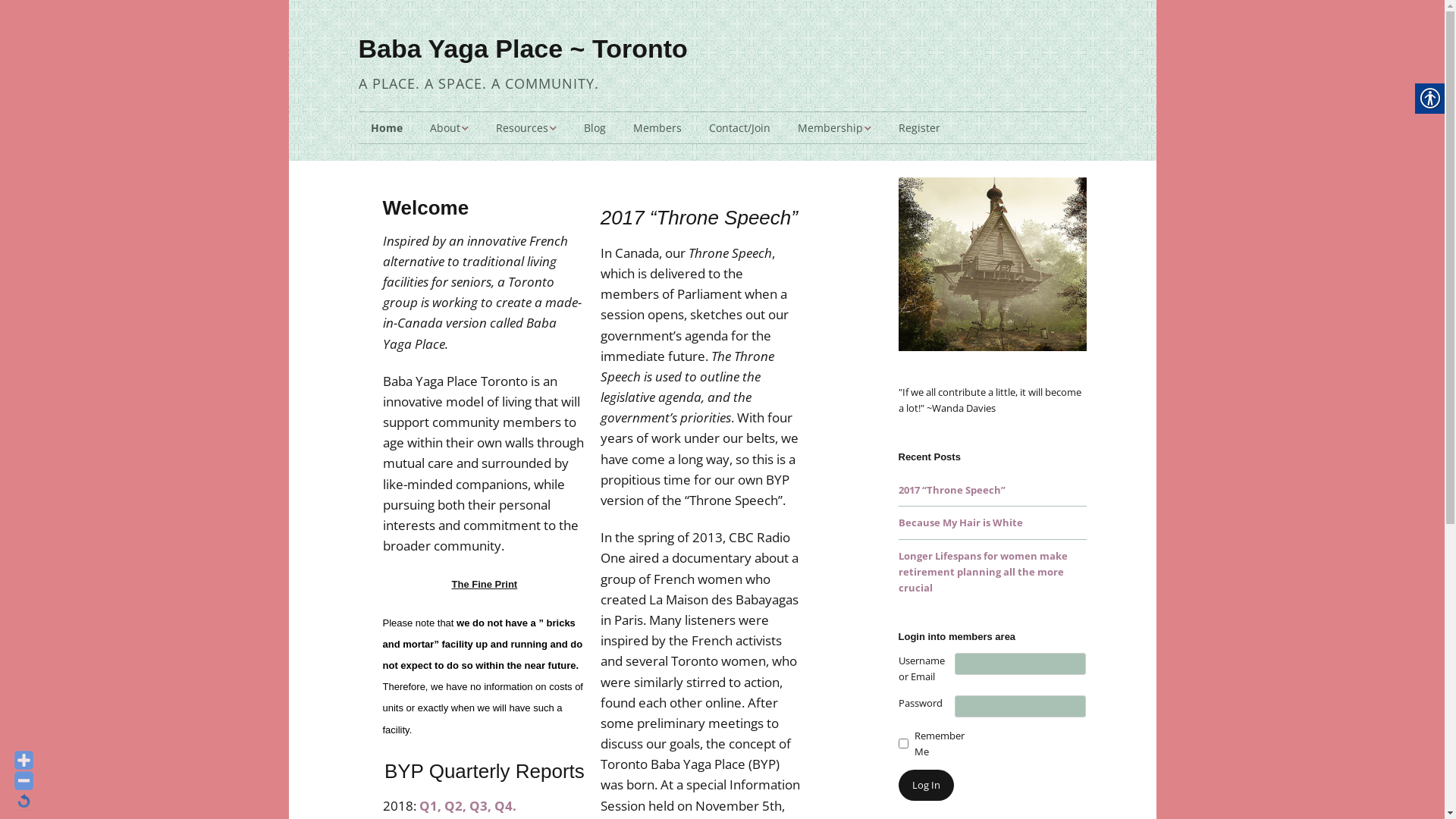 This screenshot has height=819, width=1456. What do you see at coordinates (594, 127) in the screenshot?
I see `'Blog'` at bounding box center [594, 127].